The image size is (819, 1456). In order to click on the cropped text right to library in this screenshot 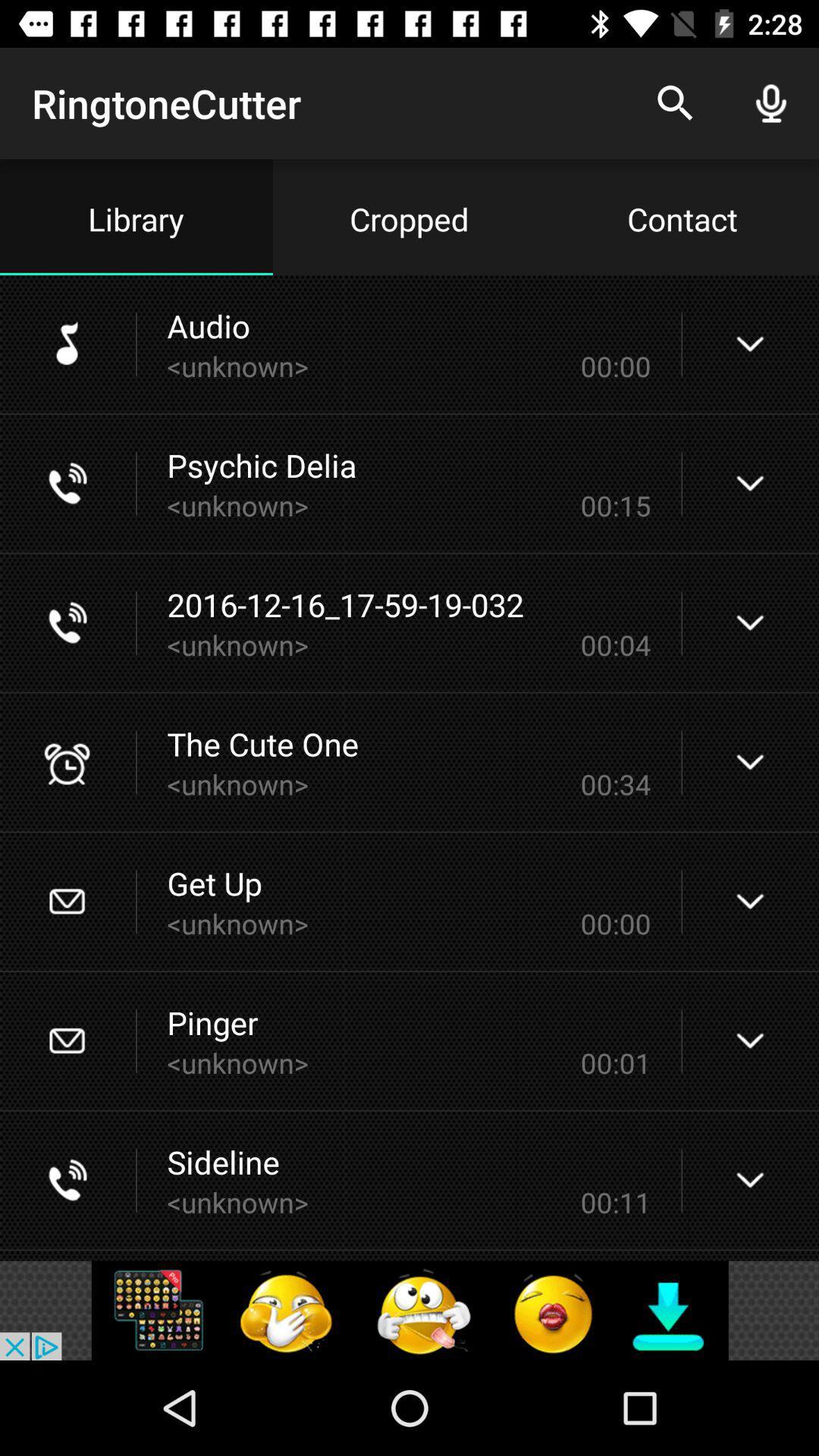, I will do `click(409, 218)`.